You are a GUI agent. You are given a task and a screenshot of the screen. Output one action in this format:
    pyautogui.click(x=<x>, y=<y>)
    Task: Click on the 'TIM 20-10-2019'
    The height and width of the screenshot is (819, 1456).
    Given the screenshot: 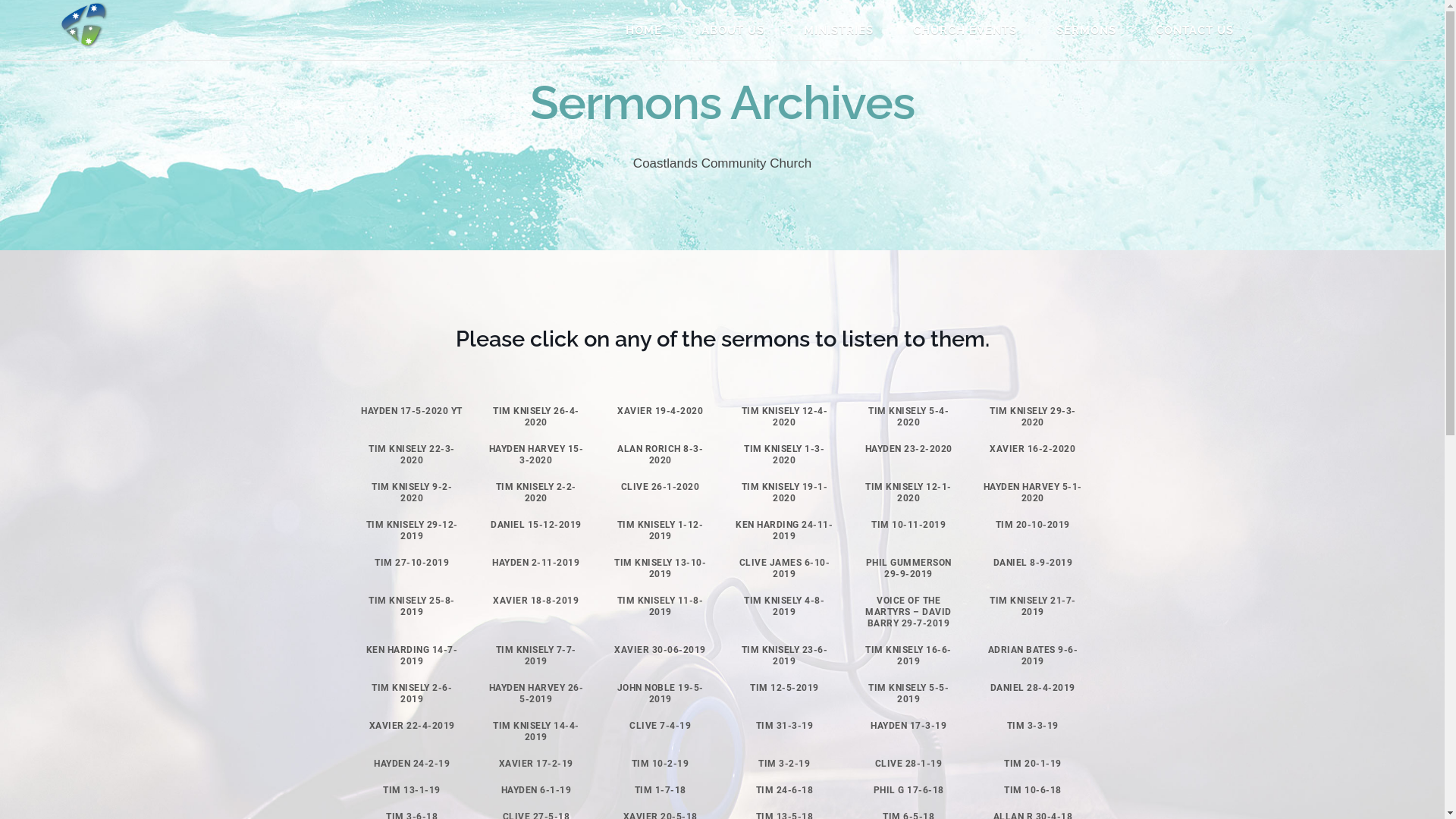 What is the action you would take?
    pyautogui.click(x=1032, y=523)
    